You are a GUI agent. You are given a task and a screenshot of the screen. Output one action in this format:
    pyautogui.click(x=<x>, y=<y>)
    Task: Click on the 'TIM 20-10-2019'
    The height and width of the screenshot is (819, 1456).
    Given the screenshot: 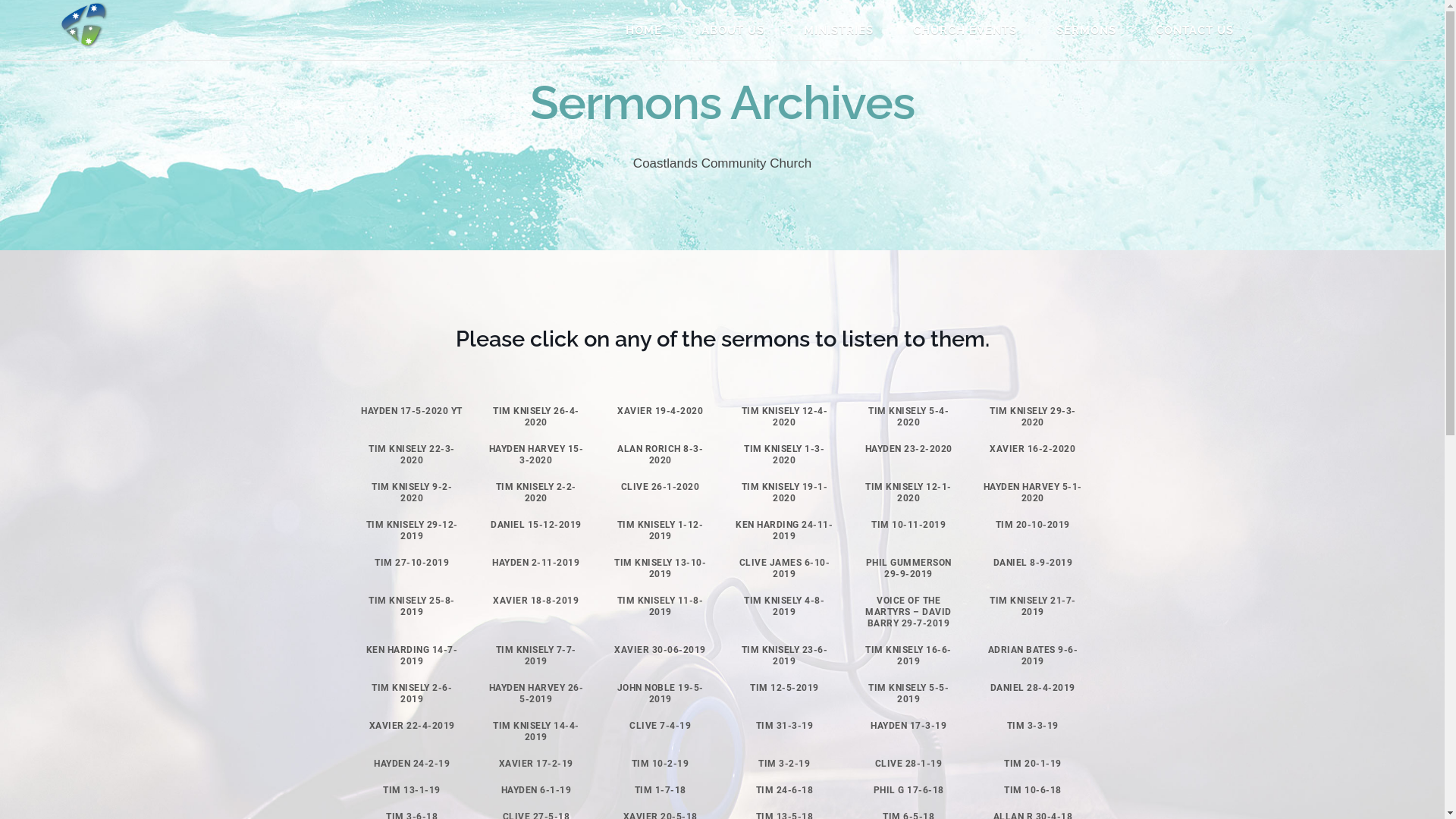 What is the action you would take?
    pyautogui.click(x=1032, y=523)
    